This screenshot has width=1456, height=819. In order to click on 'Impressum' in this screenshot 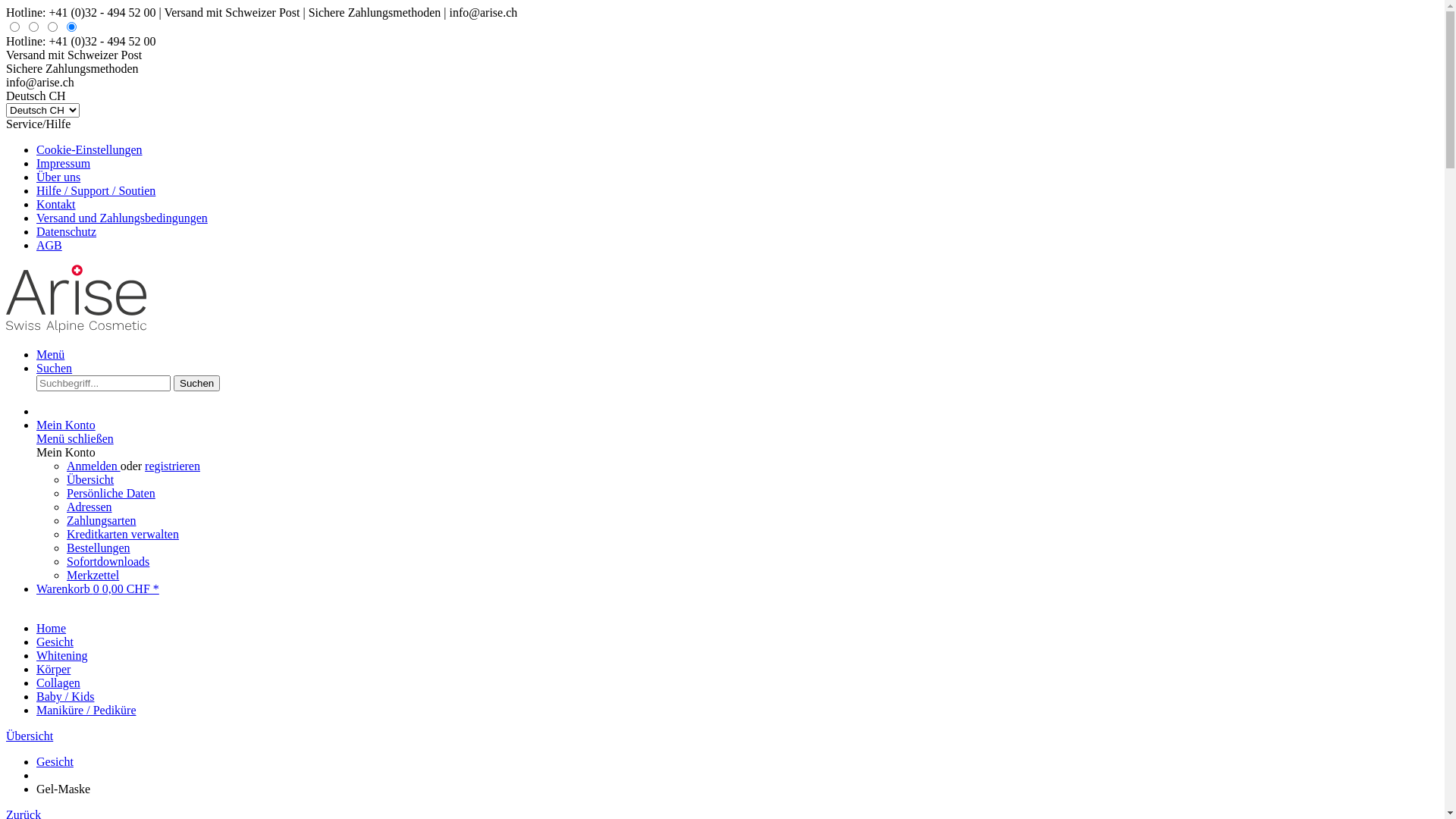, I will do `click(62, 163)`.